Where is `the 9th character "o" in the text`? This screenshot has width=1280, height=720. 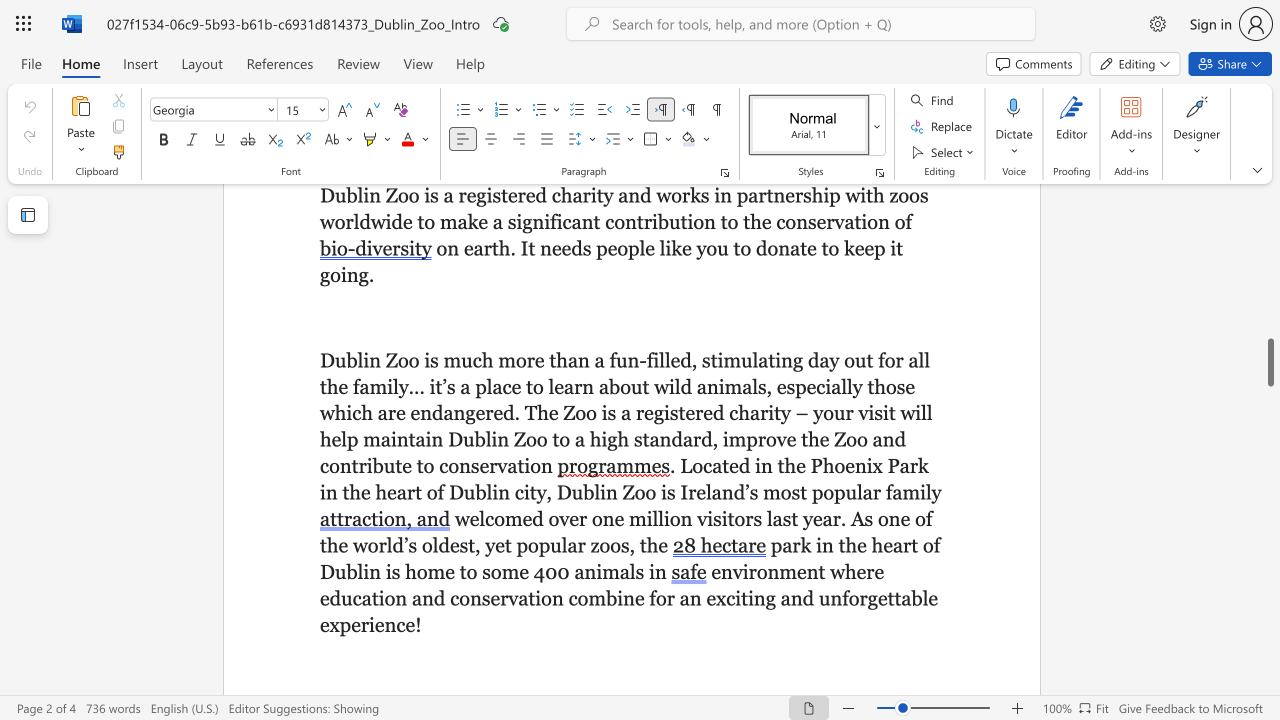 the 9th character "o" in the text is located at coordinates (452, 466).